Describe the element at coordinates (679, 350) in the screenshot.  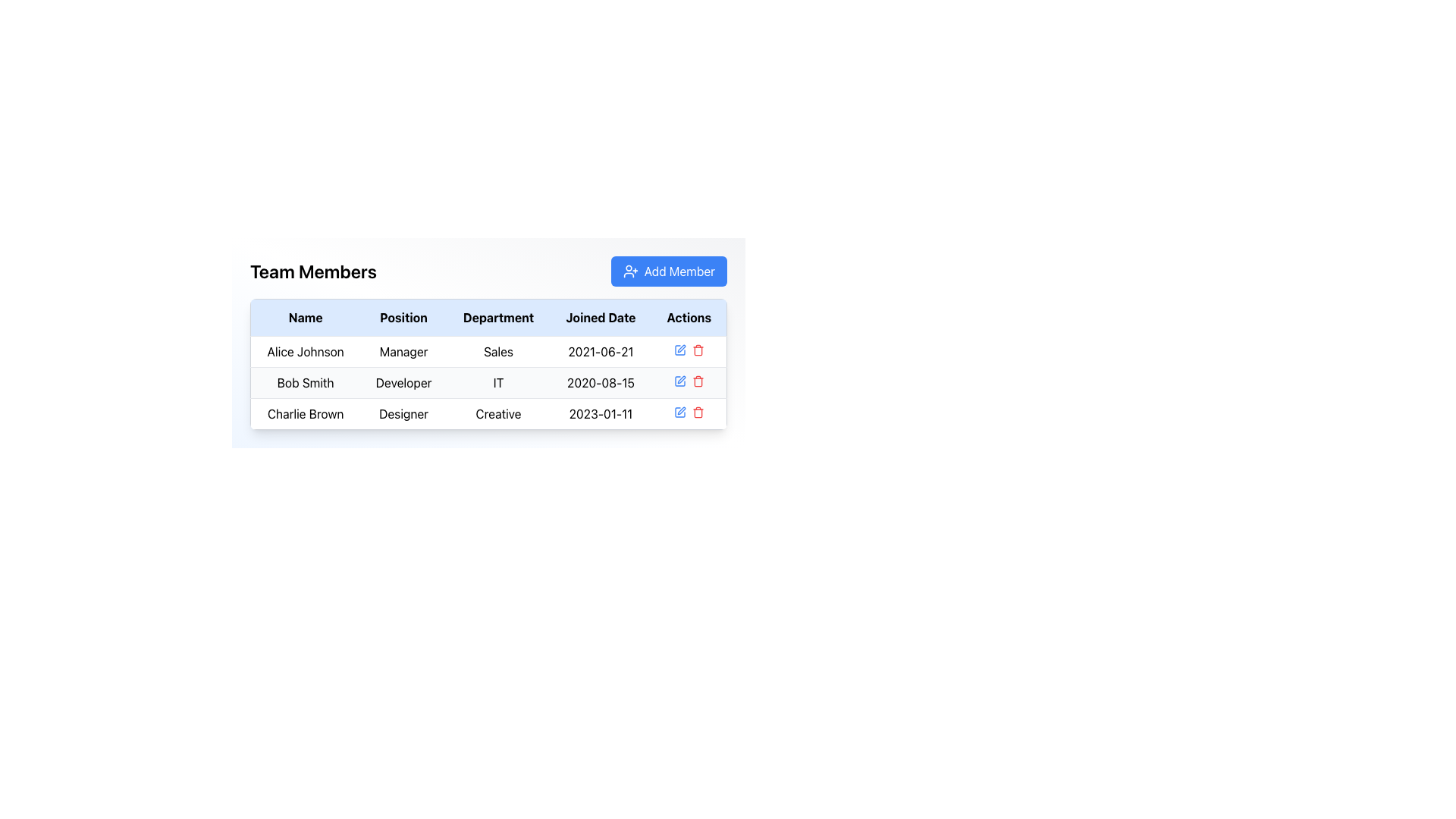
I see `the square pen tool icon located in the 'Actions' column of the table aligned with the row for 'Bob Smith.'` at that location.